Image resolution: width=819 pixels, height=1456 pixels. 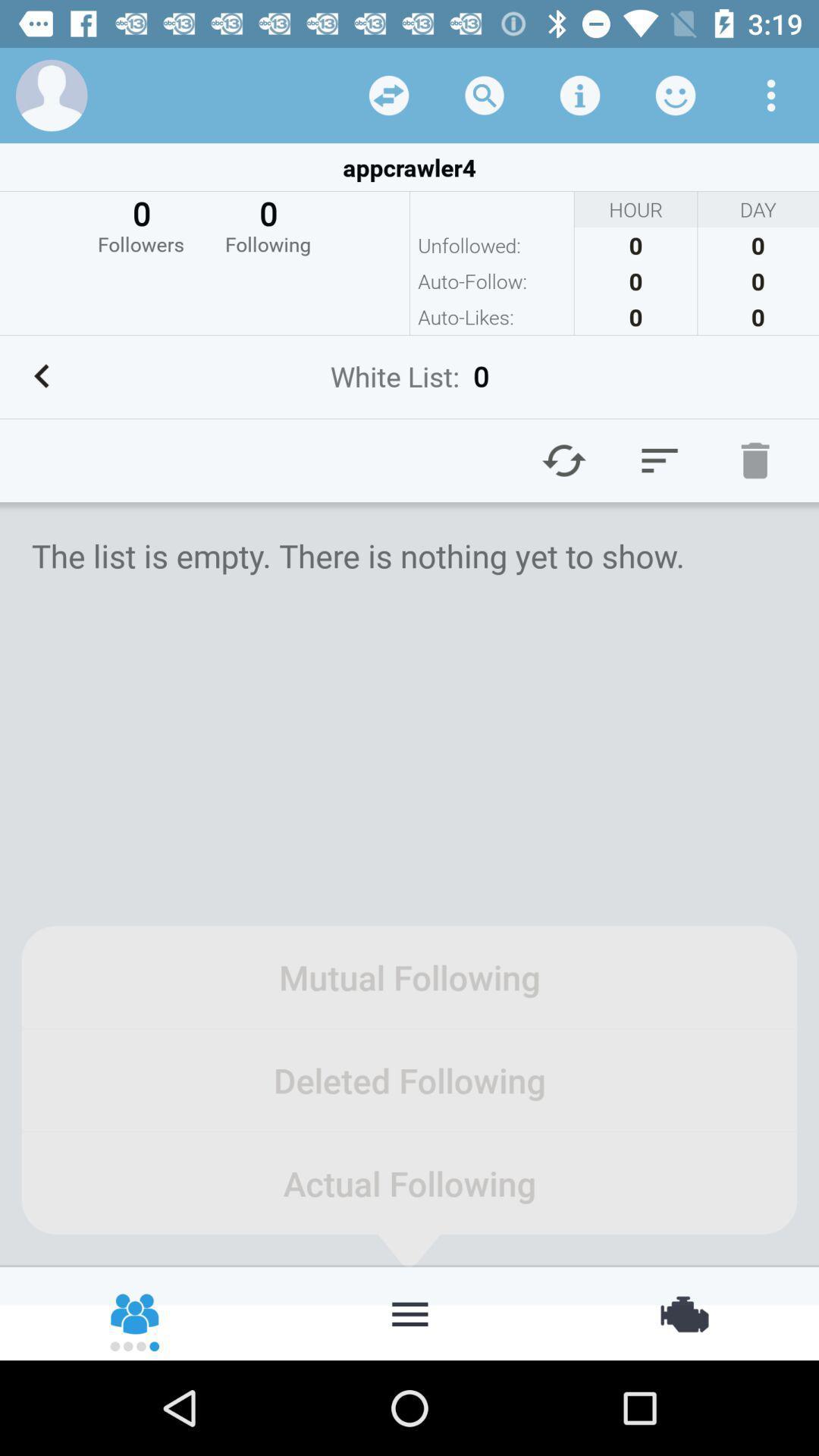 I want to click on back, so click(x=41, y=376).